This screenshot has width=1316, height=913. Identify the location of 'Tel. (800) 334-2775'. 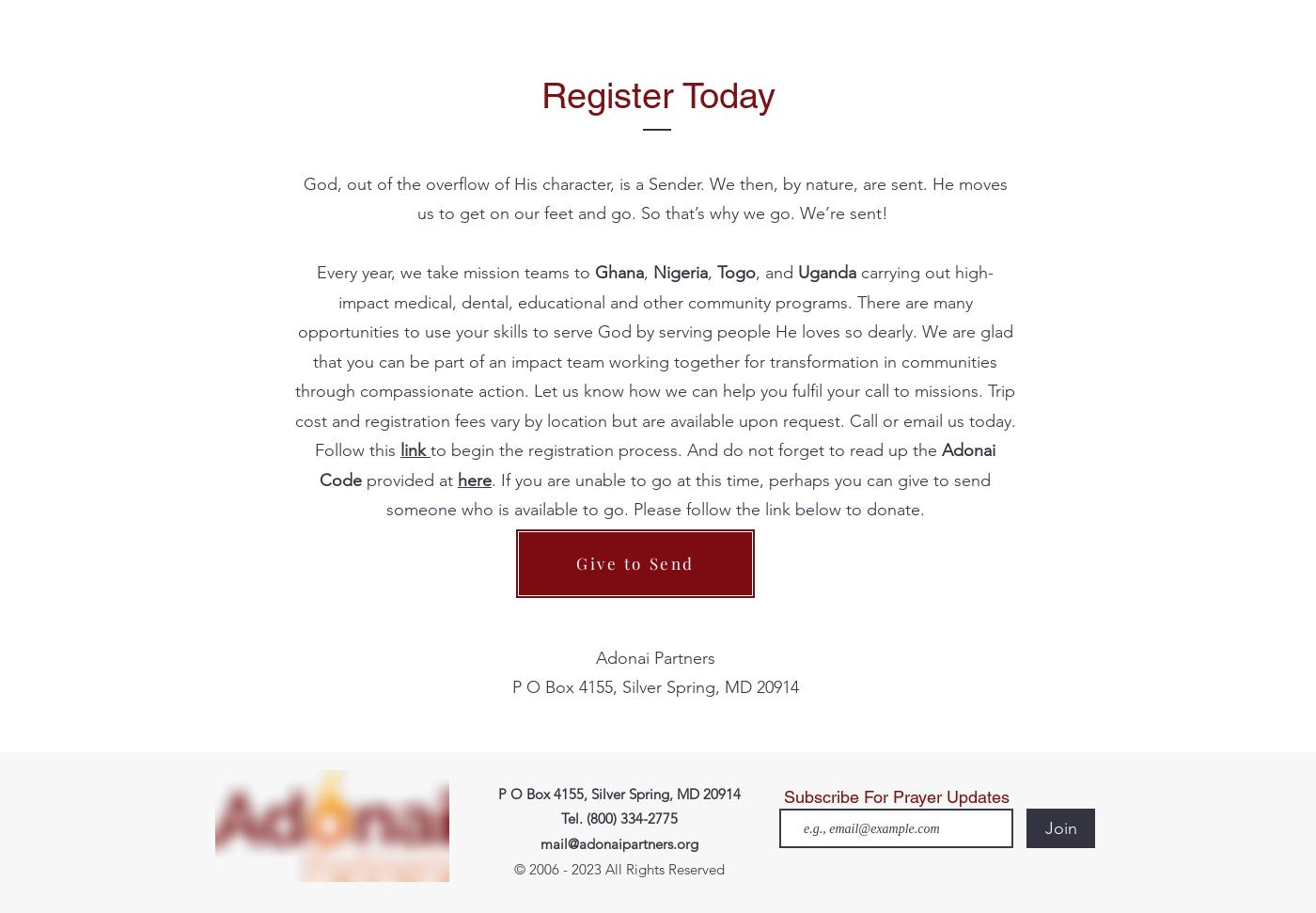
(560, 818).